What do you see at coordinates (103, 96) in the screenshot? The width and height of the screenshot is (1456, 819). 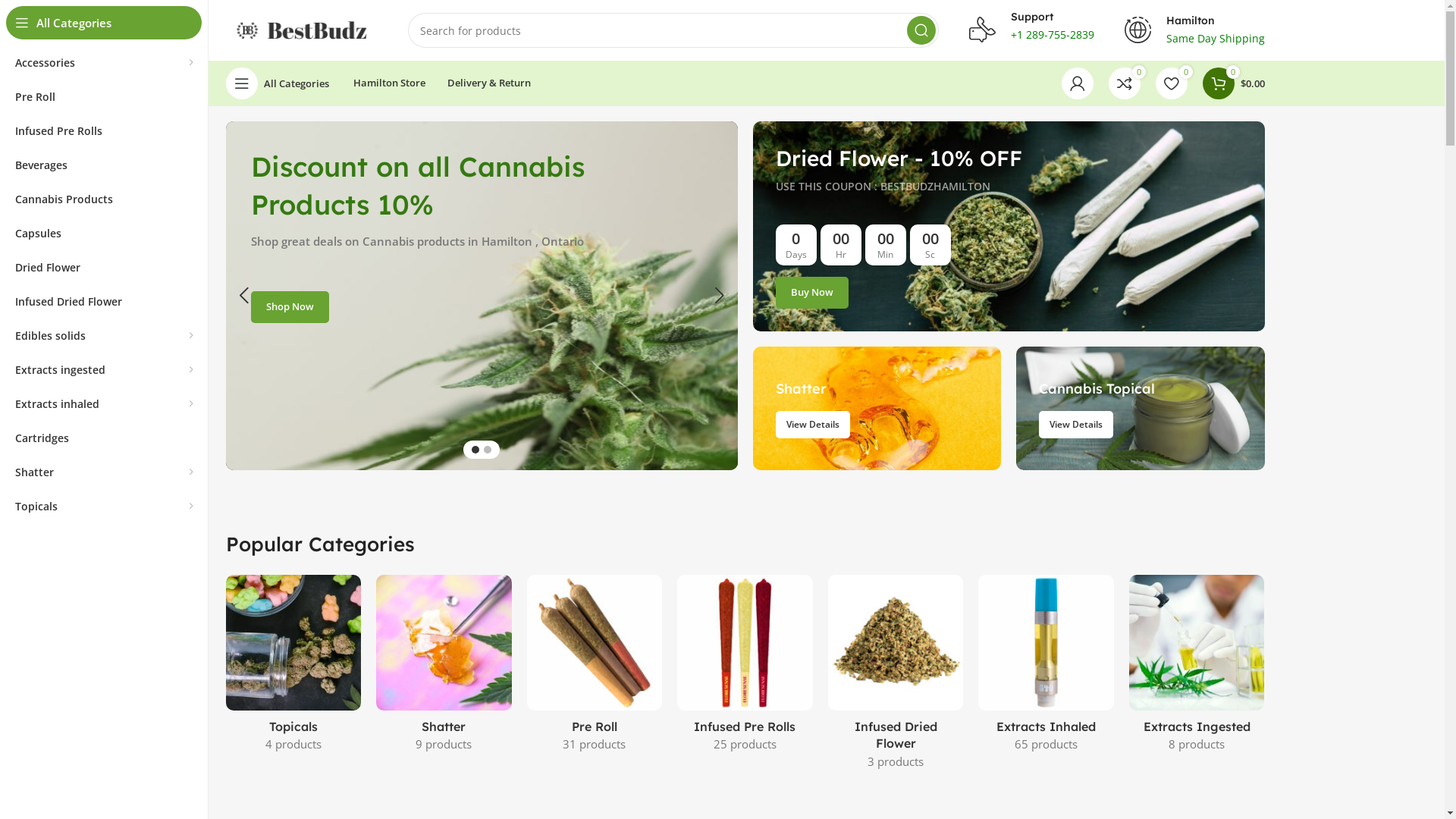 I see `'Pre Roll'` at bounding box center [103, 96].